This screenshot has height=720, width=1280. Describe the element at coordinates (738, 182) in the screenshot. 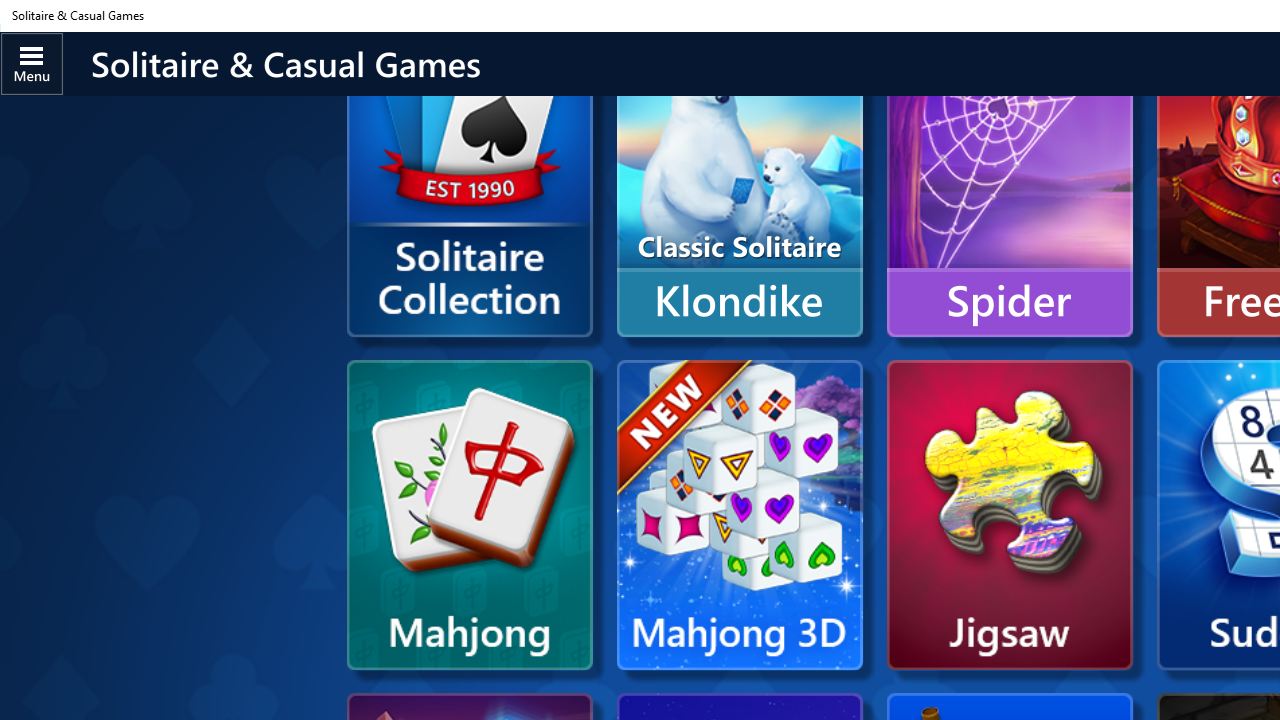

I see `'Classic Solitaire, Klondike'` at that location.